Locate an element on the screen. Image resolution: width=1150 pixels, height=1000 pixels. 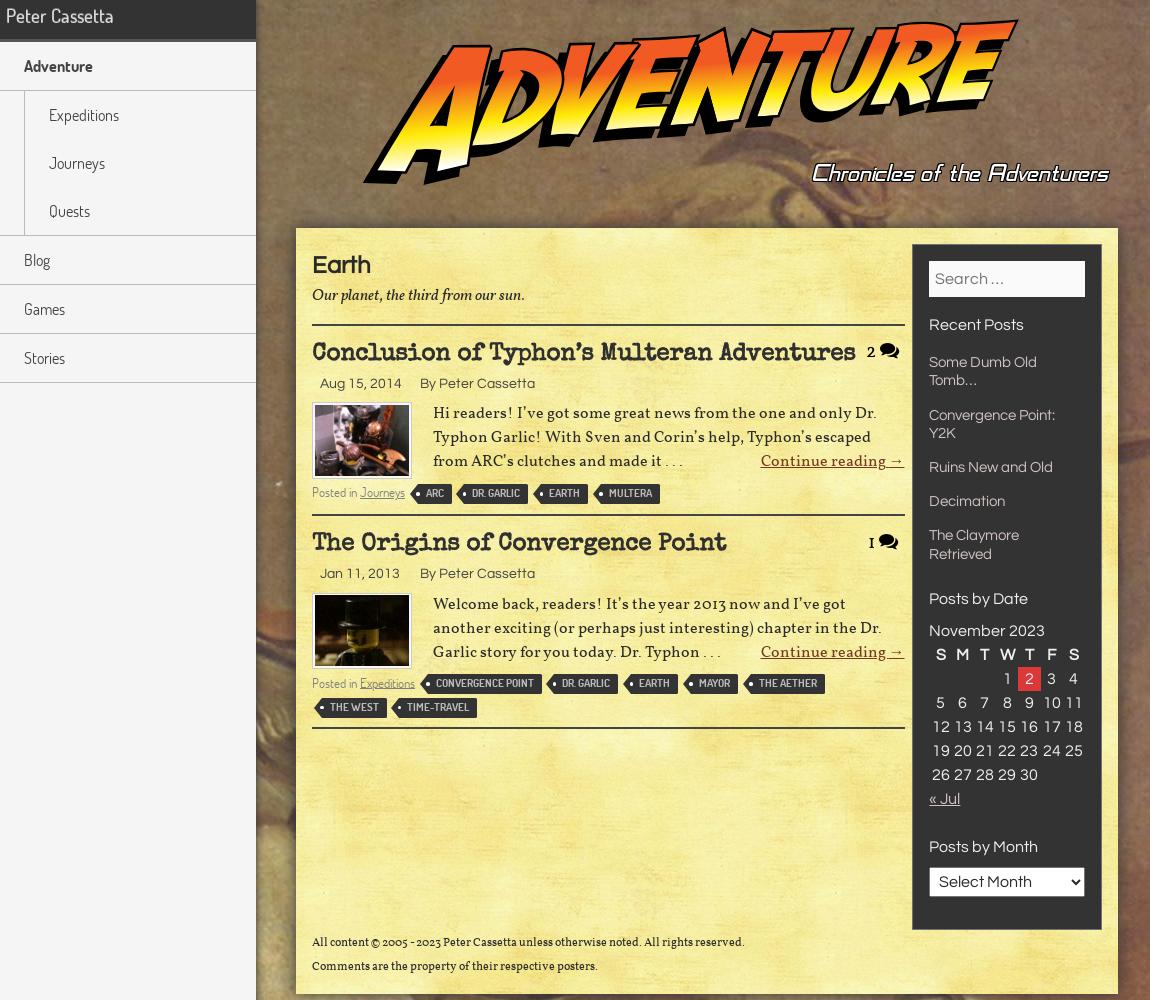
'6' is located at coordinates (957, 701).